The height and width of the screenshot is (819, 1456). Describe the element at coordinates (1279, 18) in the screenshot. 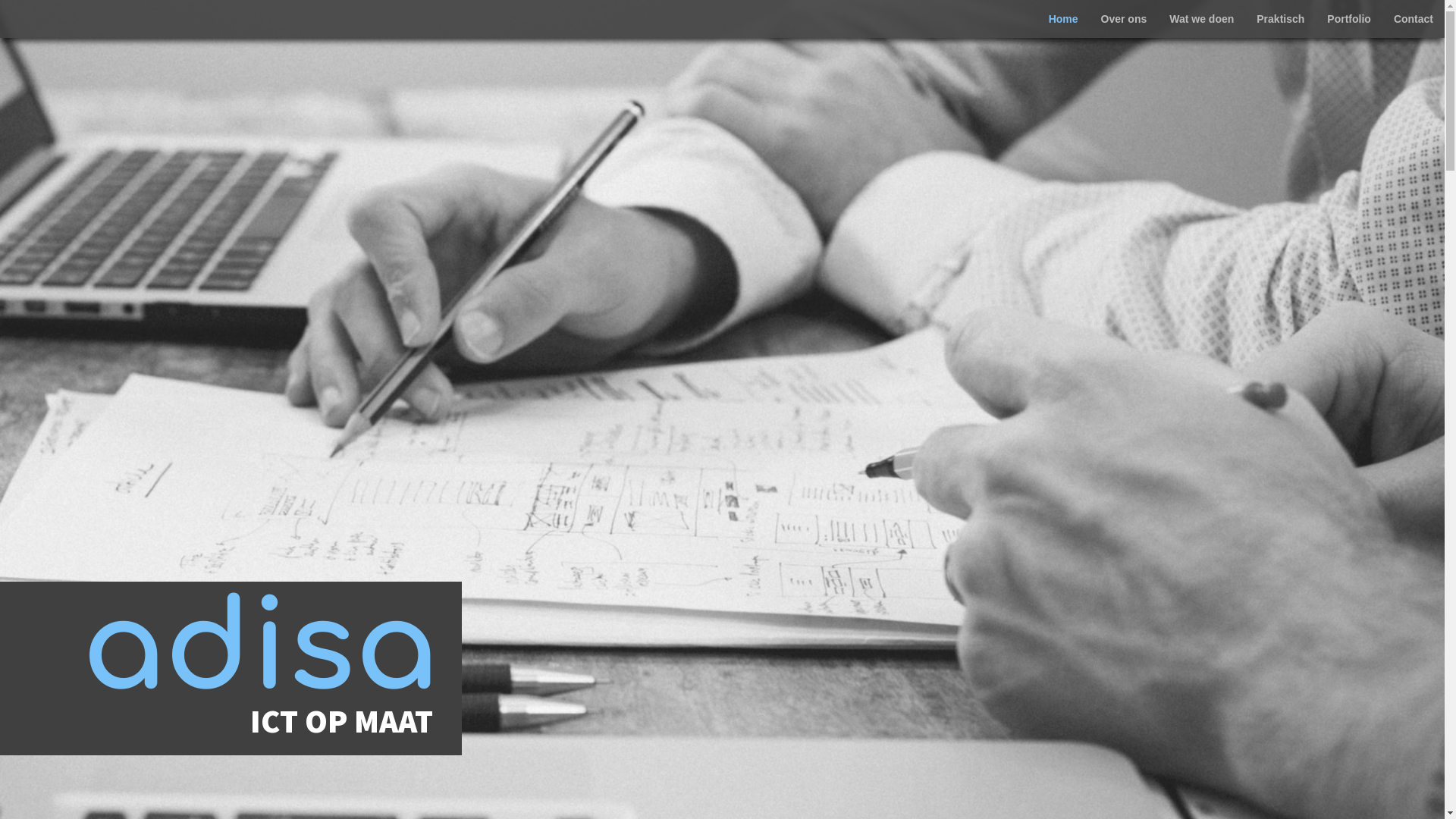

I see `'Praktisch'` at that location.